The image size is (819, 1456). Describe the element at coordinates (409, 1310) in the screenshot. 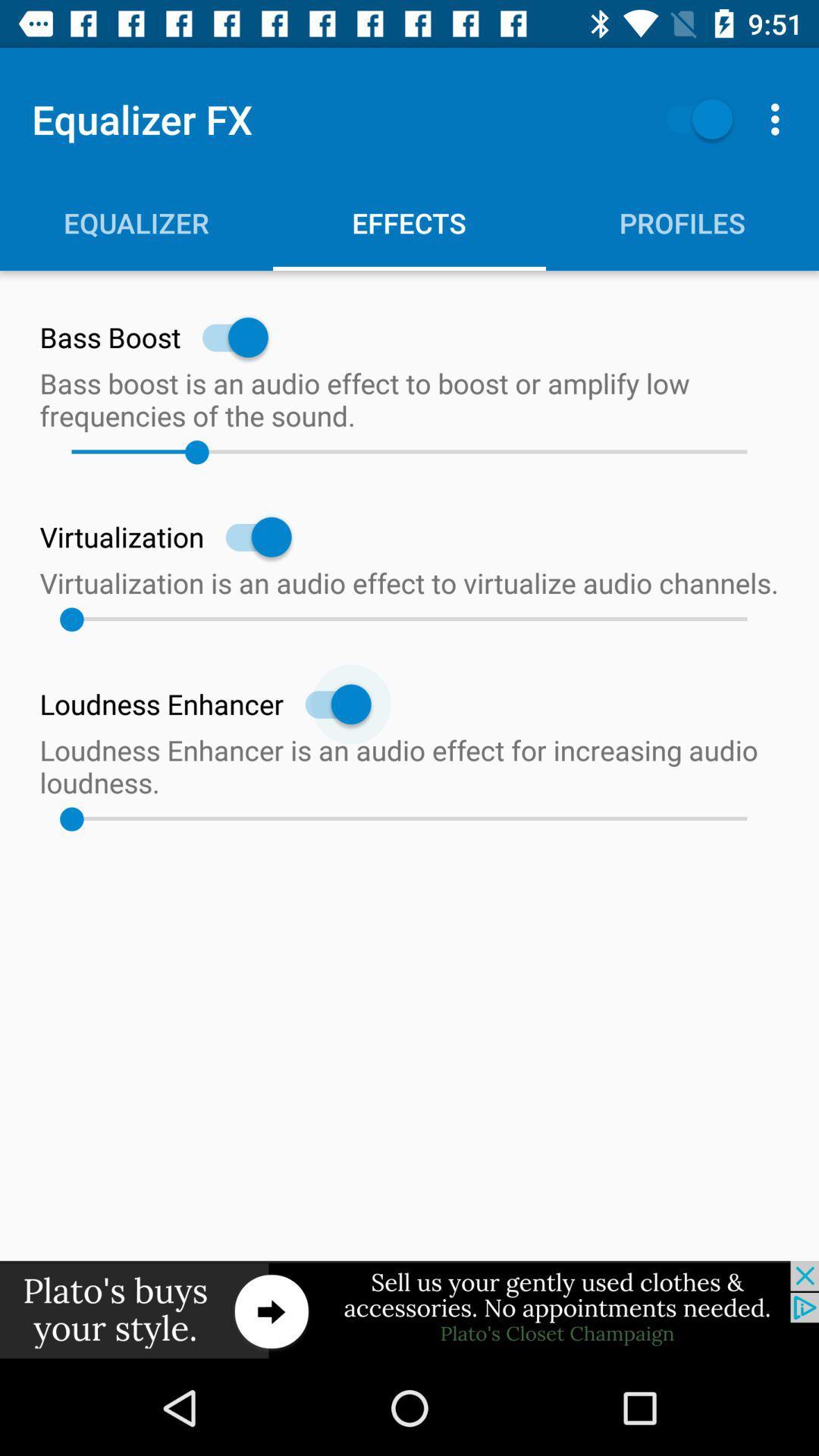

I see `visit this site` at that location.